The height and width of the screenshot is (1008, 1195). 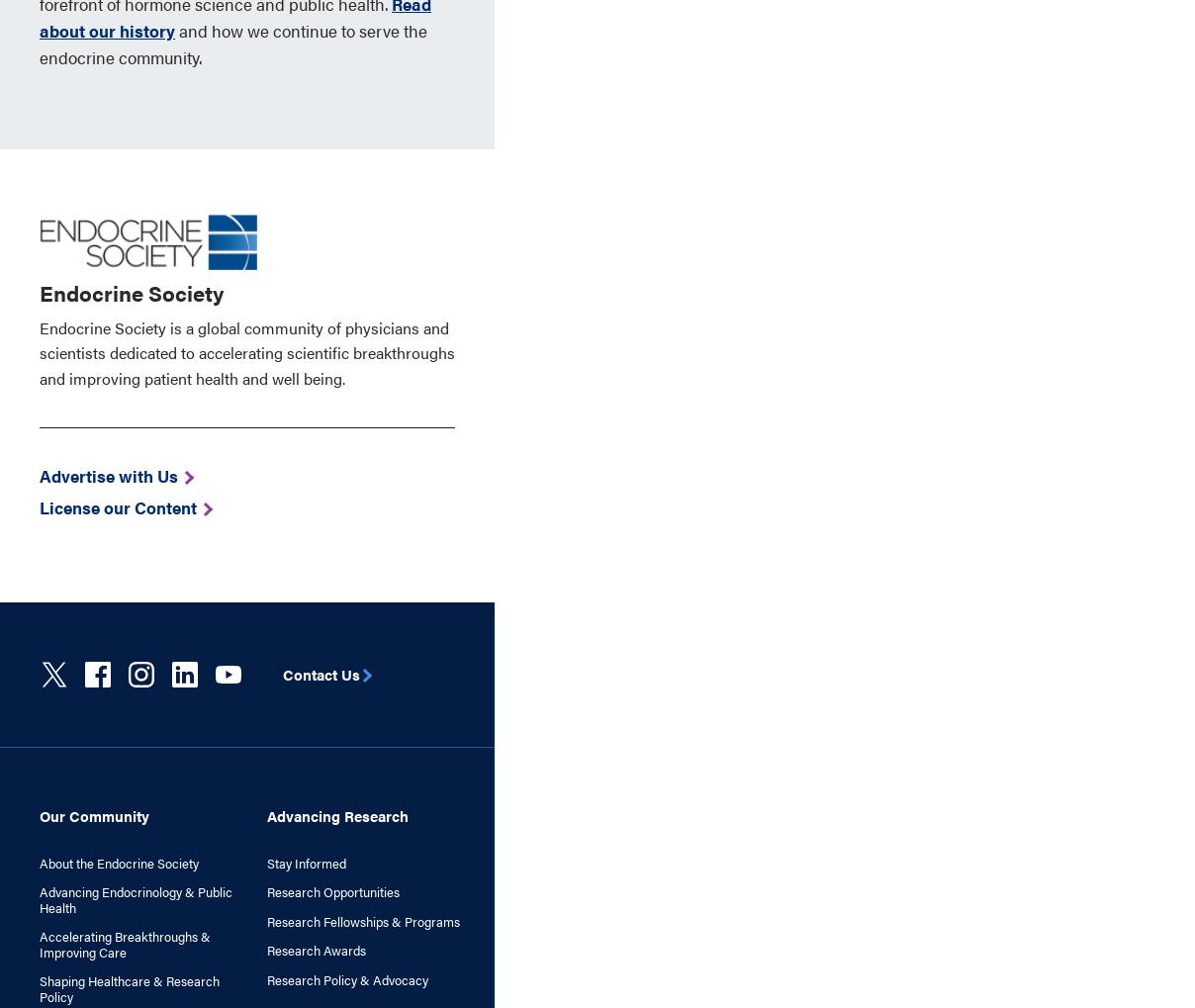 What do you see at coordinates (233, 42) in the screenshot?
I see `'and how we continue to serve the endocrine community.'` at bounding box center [233, 42].